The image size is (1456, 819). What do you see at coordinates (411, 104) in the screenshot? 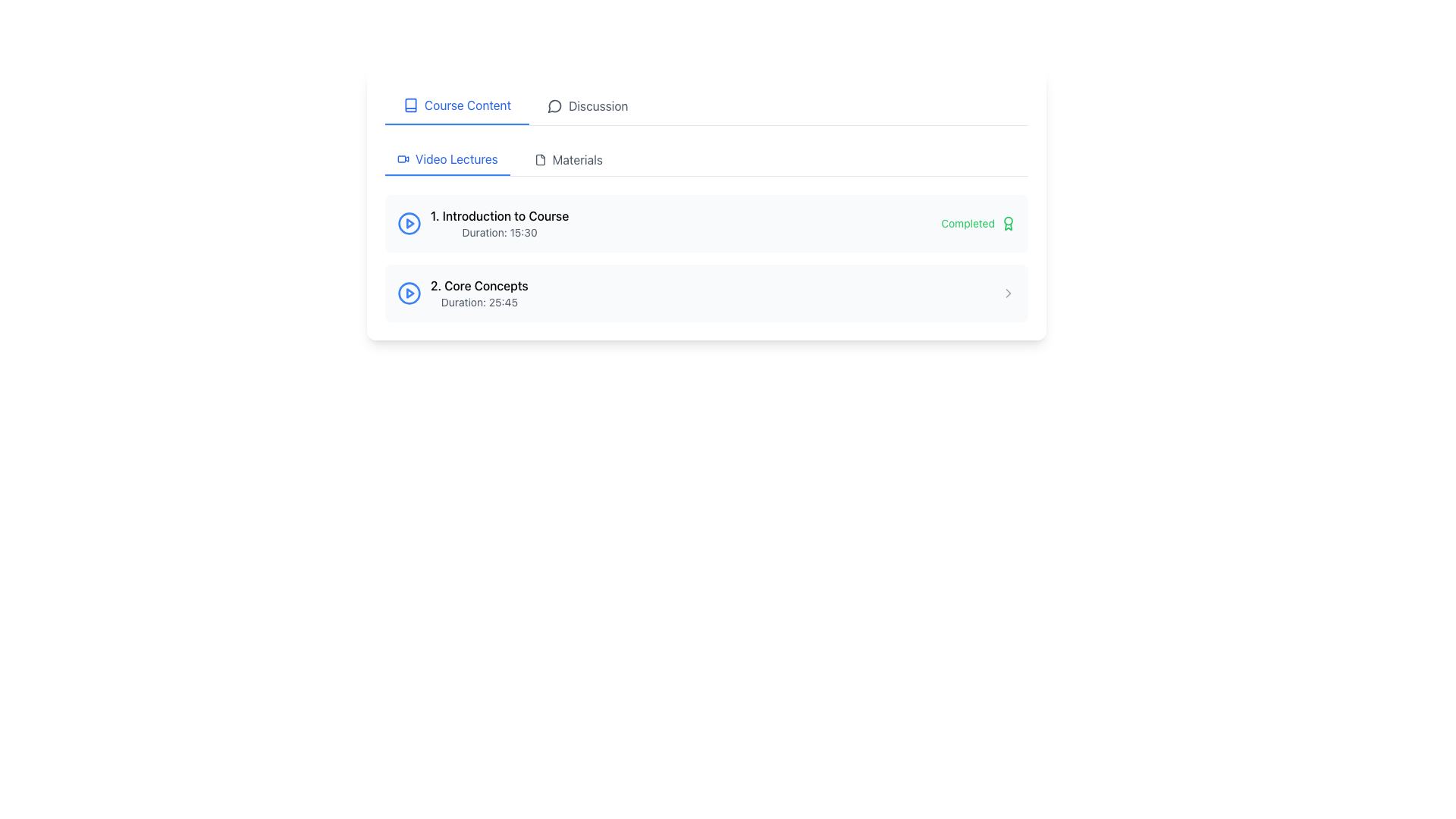
I see `the SVG book icon located to the left of the 'Course Content' text in the header section tab` at bounding box center [411, 104].